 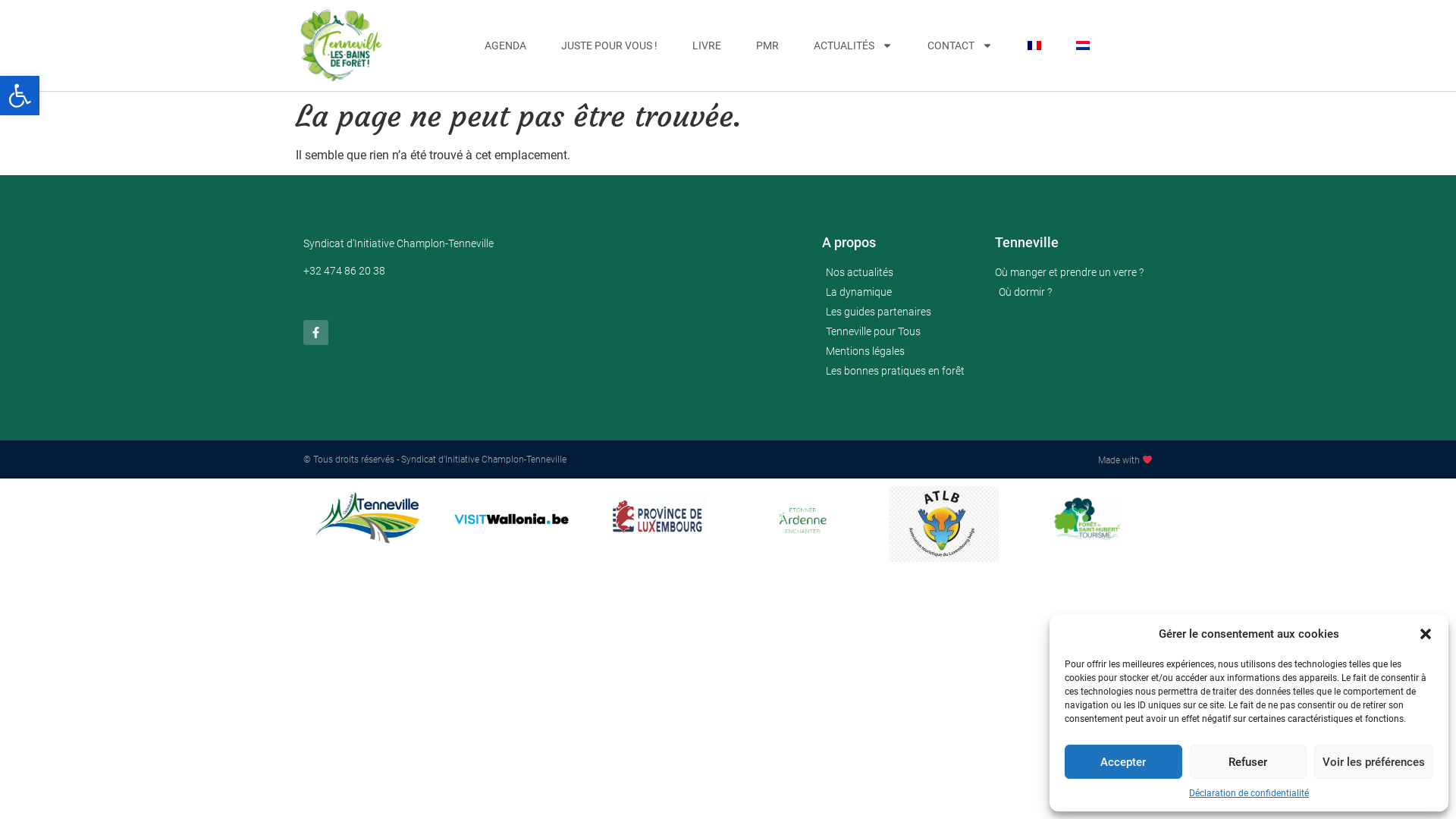 I want to click on 'atlb', so click(x=943, y=522).